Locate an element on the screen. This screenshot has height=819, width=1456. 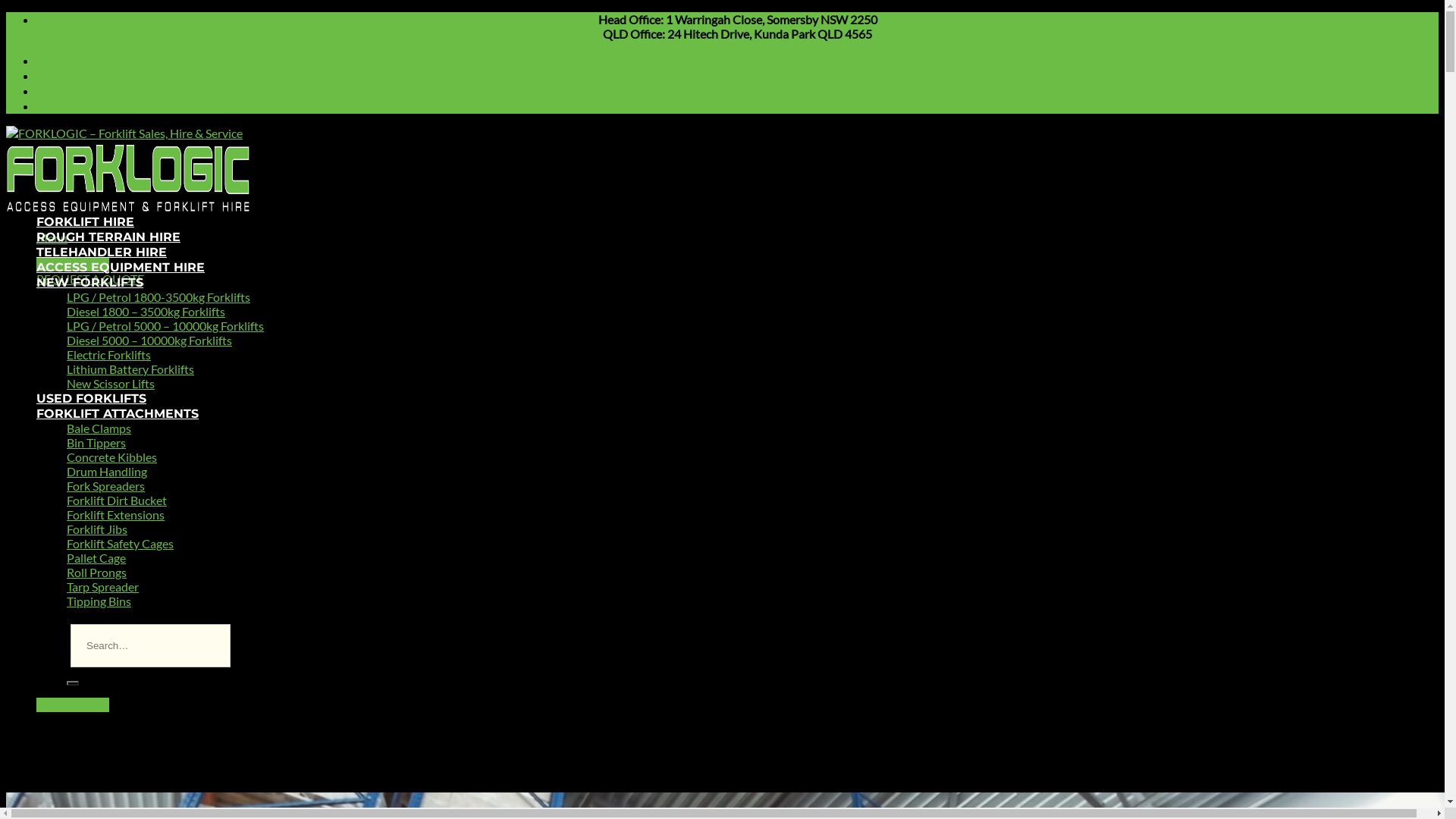
'Forklift Jibs' is located at coordinates (96, 528).